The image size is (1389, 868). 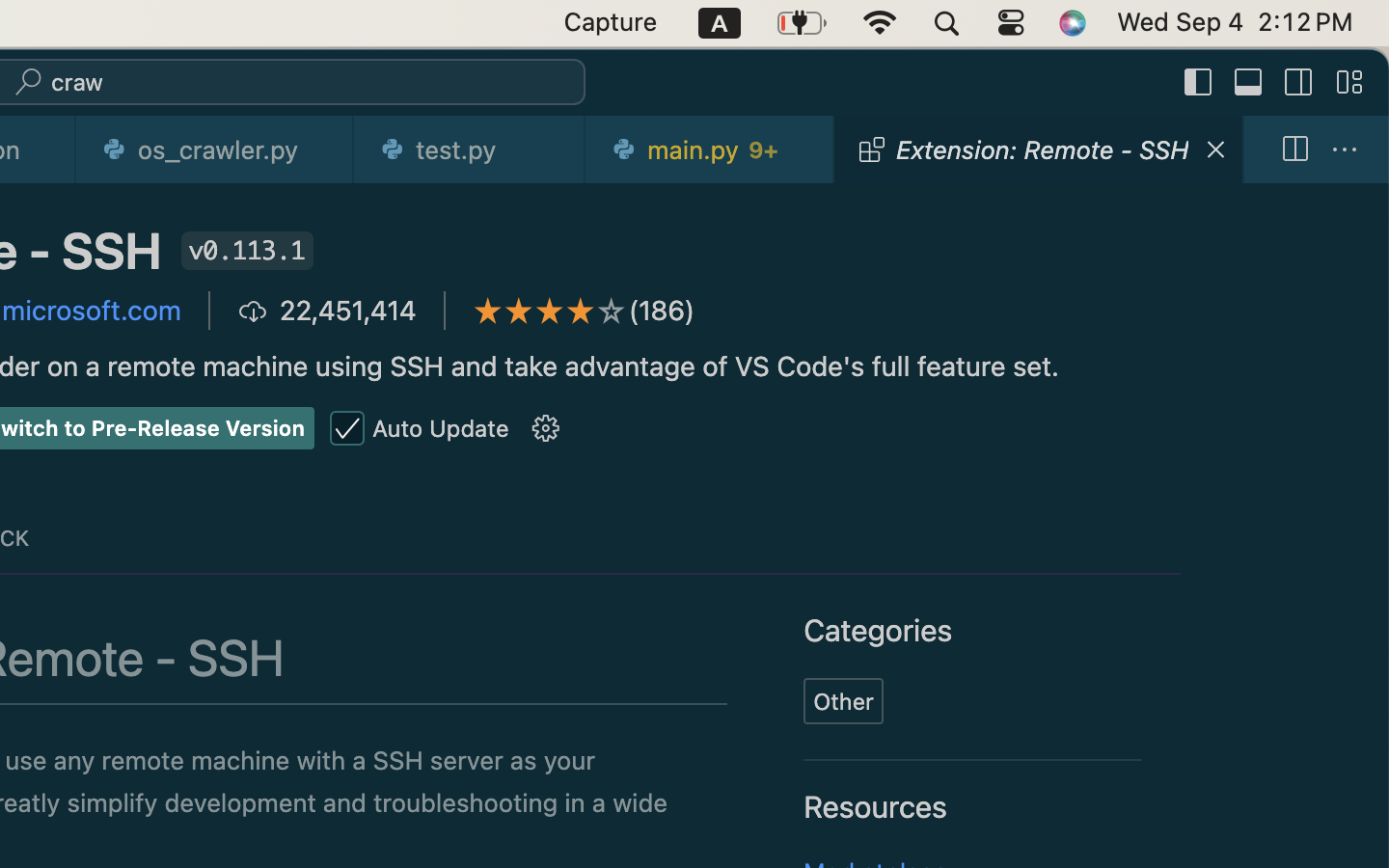 I want to click on '0 test.py  ', so click(x=470, y=149).